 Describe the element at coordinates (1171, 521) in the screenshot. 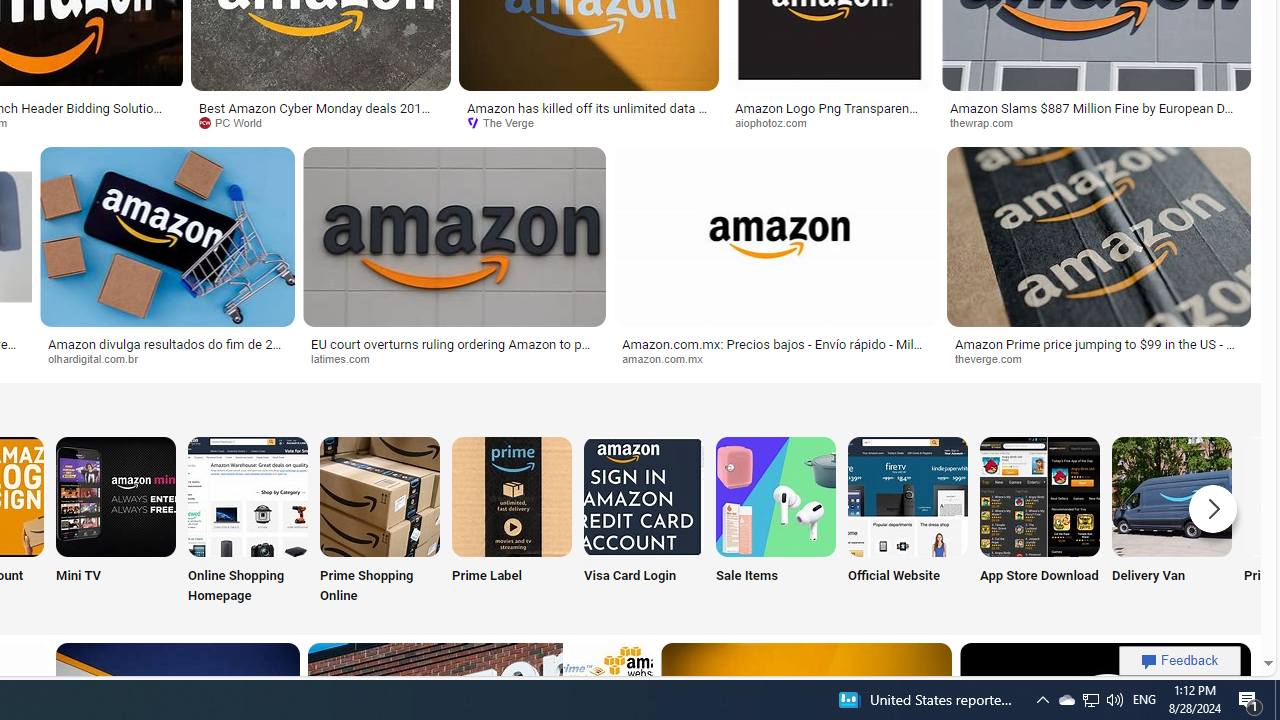

I see `'Amazon Delivery Van Delivery Van'` at that location.